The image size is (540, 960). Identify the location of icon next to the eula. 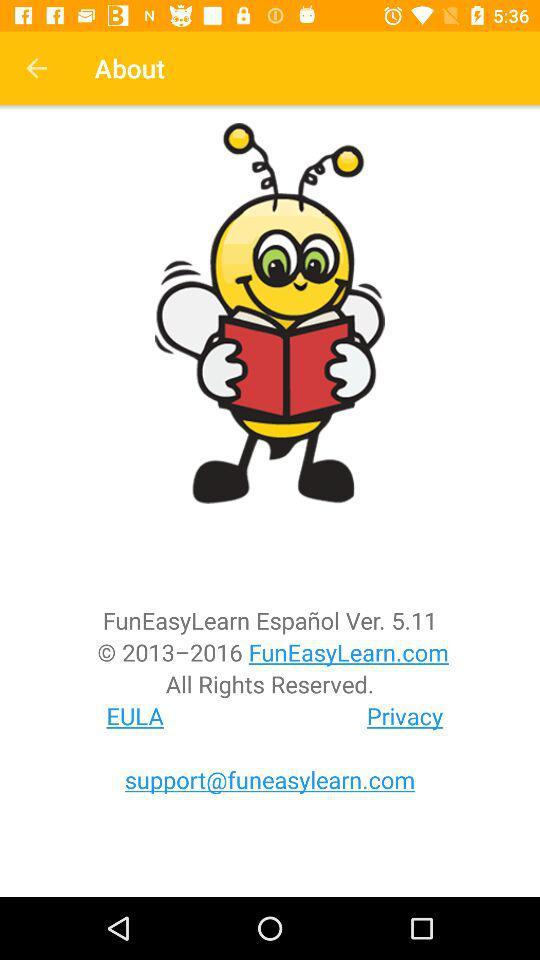
(405, 716).